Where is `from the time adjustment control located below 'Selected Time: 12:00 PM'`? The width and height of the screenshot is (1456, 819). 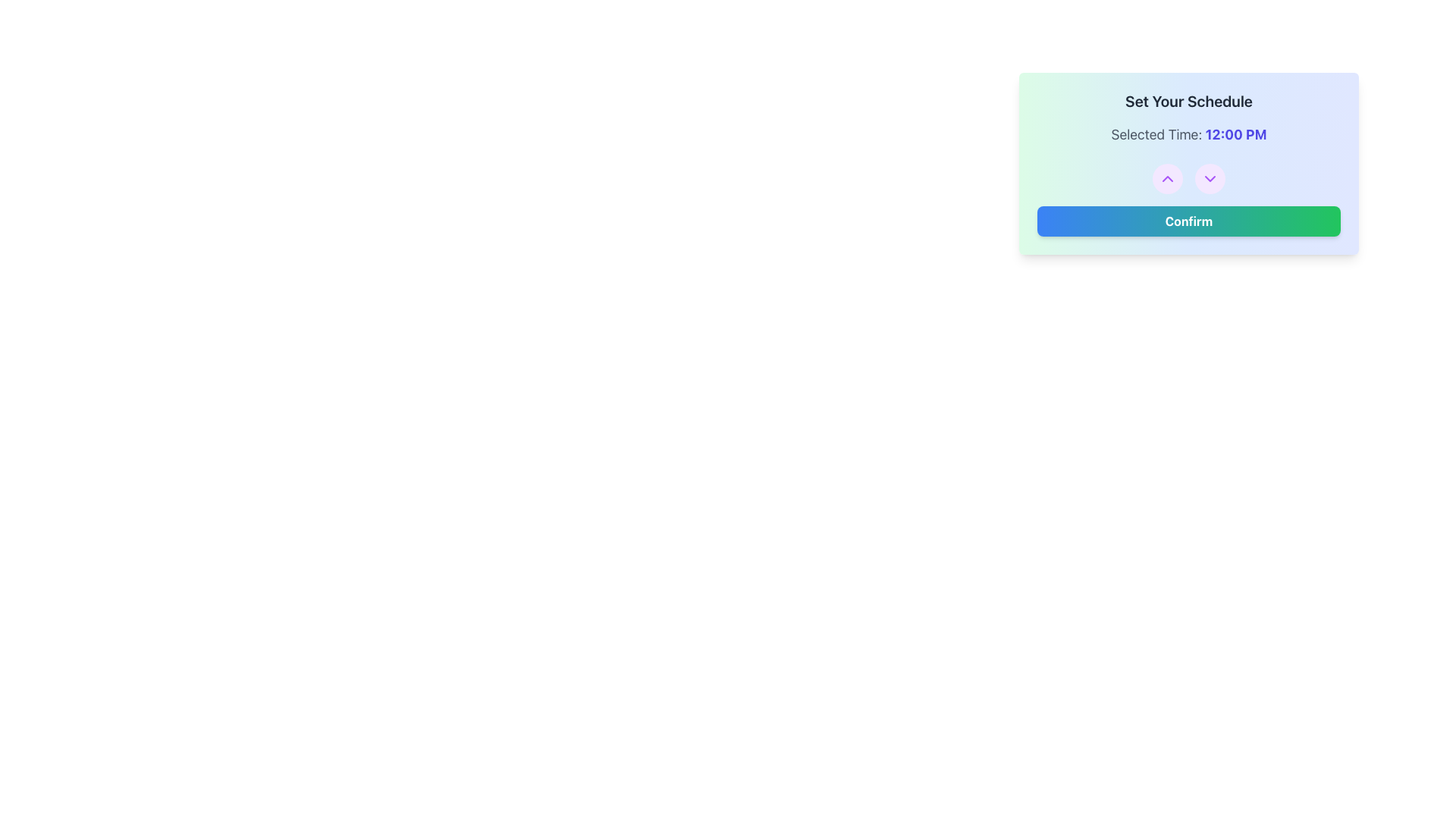
from the time adjustment control located below 'Selected Time: 12:00 PM' is located at coordinates (1188, 177).